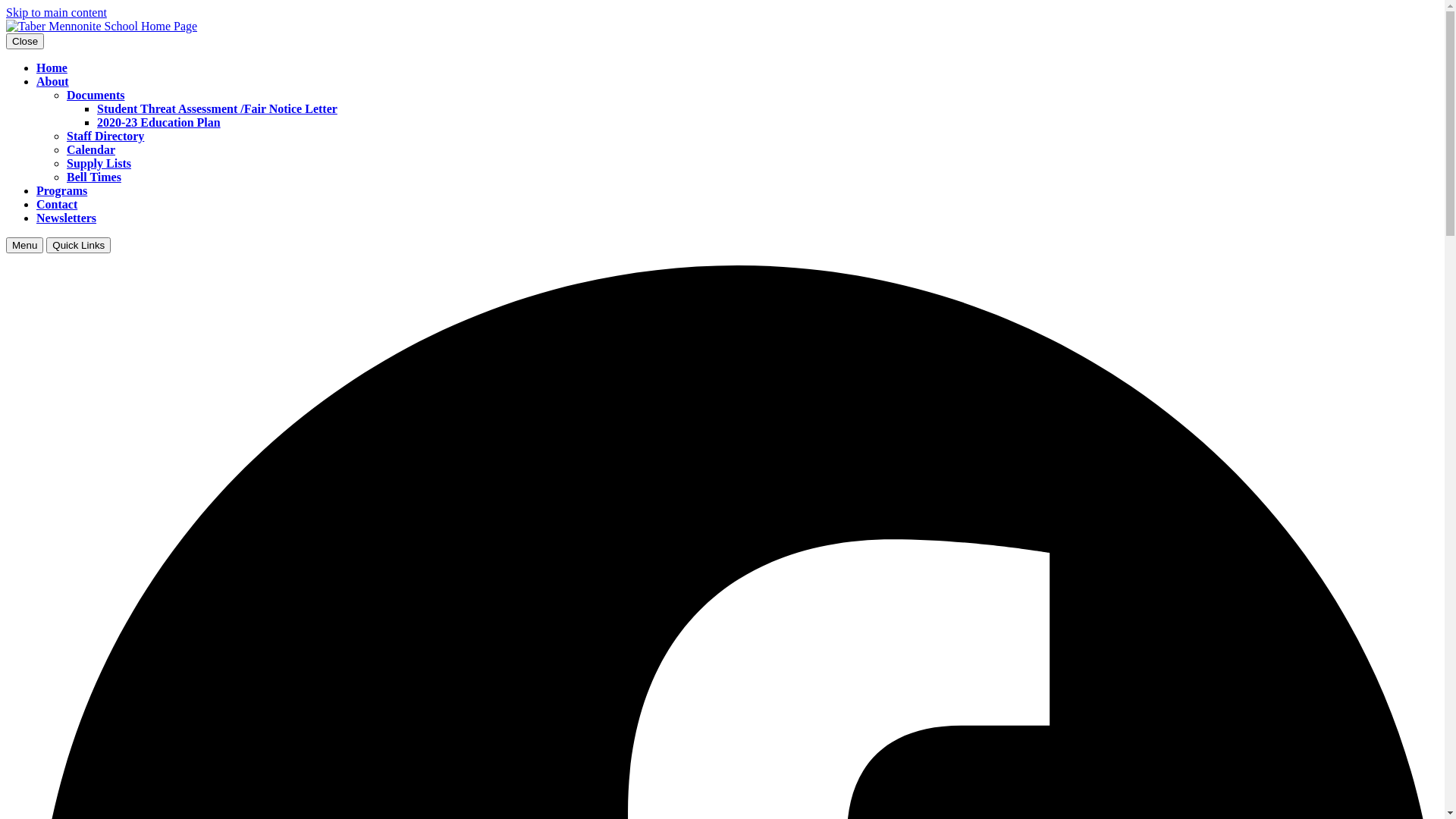 The height and width of the screenshot is (819, 1456). I want to click on 'Bell Times', so click(93, 176).